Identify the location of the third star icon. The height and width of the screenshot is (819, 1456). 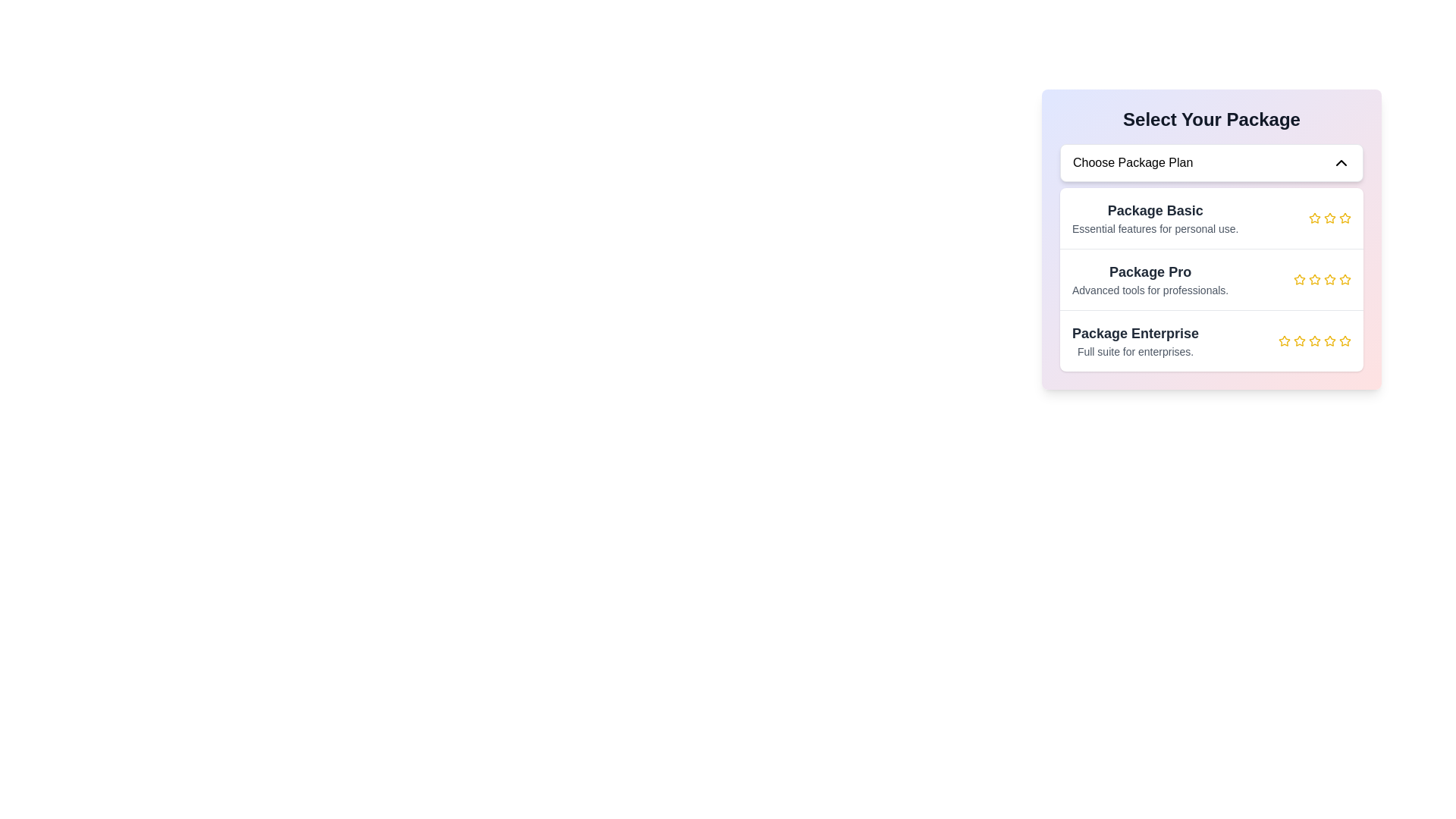
(1313, 280).